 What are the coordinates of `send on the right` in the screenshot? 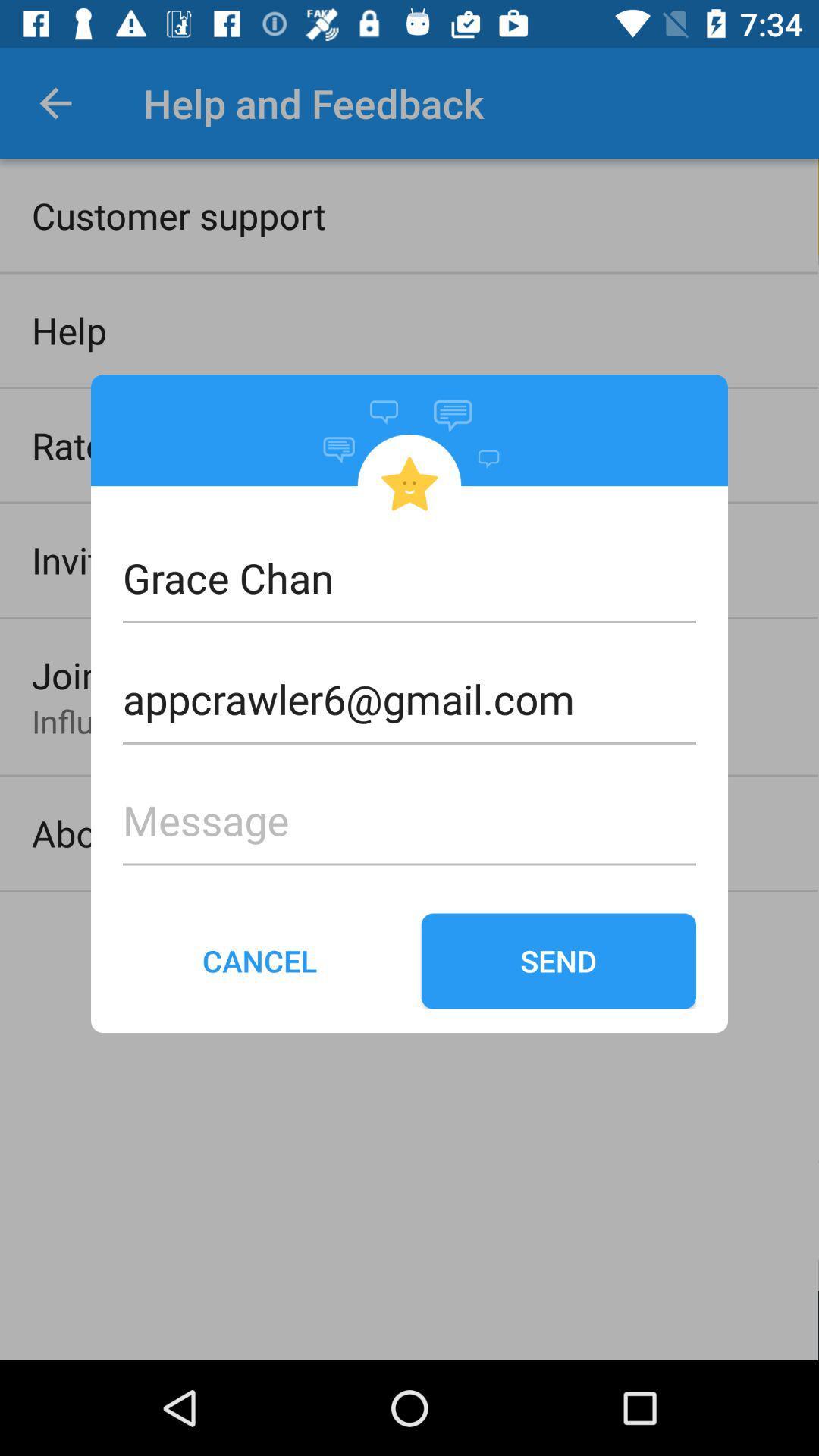 It's located at (558, 960).